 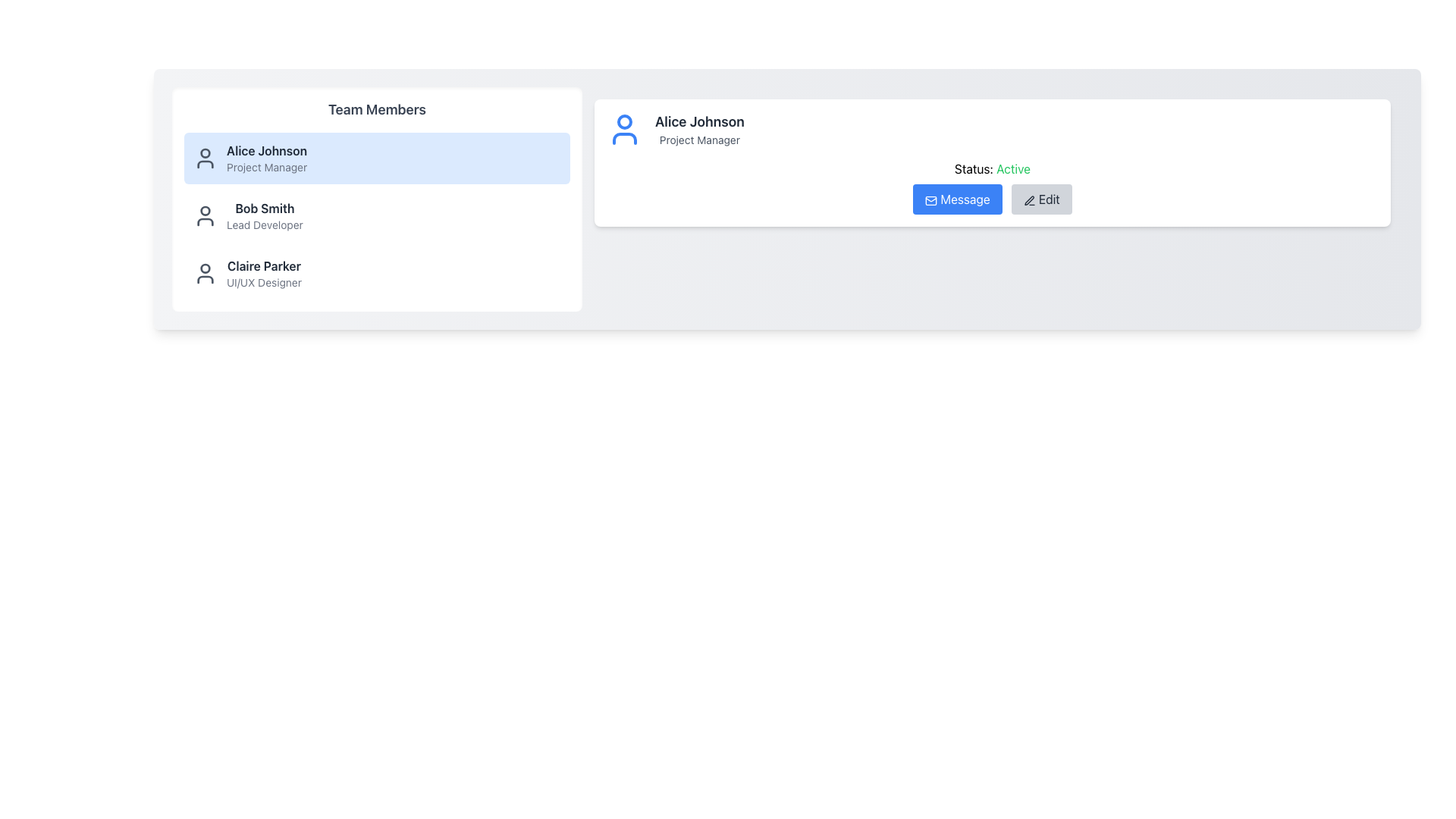 What do you see at coordinates (265, 216) in the screenshot?
I see `the Label displaying 'Bob Smith' and 'Lead Developer', which is the second item in the 'Team Members' section` at bounding box center [265, 216].